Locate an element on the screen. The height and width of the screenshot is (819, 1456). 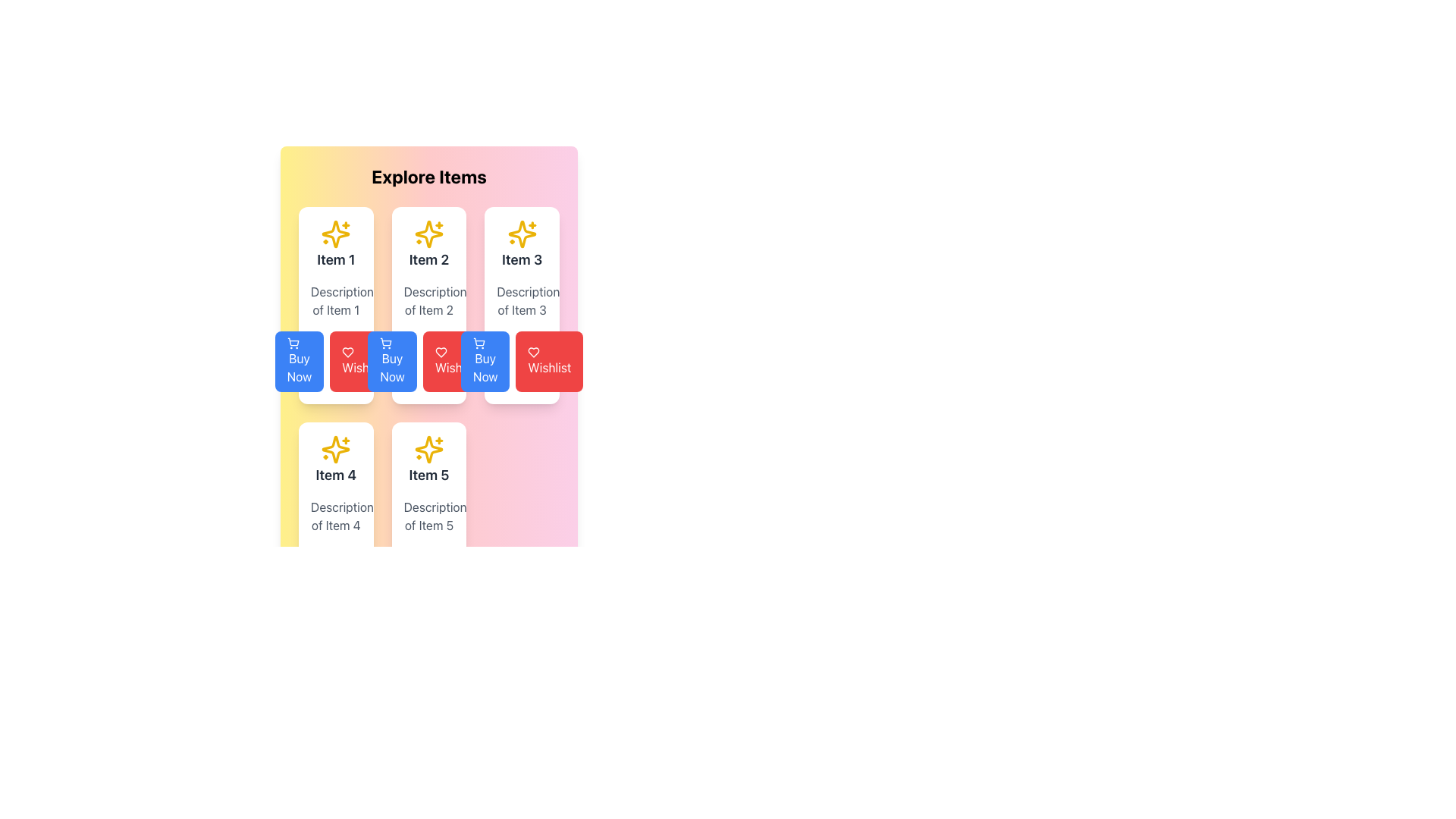
the descriptive text element explaining 'Item 3', located below the title and above the action buttons in the third card of the 'Explore Items' section is located at coordinates (522, 301).